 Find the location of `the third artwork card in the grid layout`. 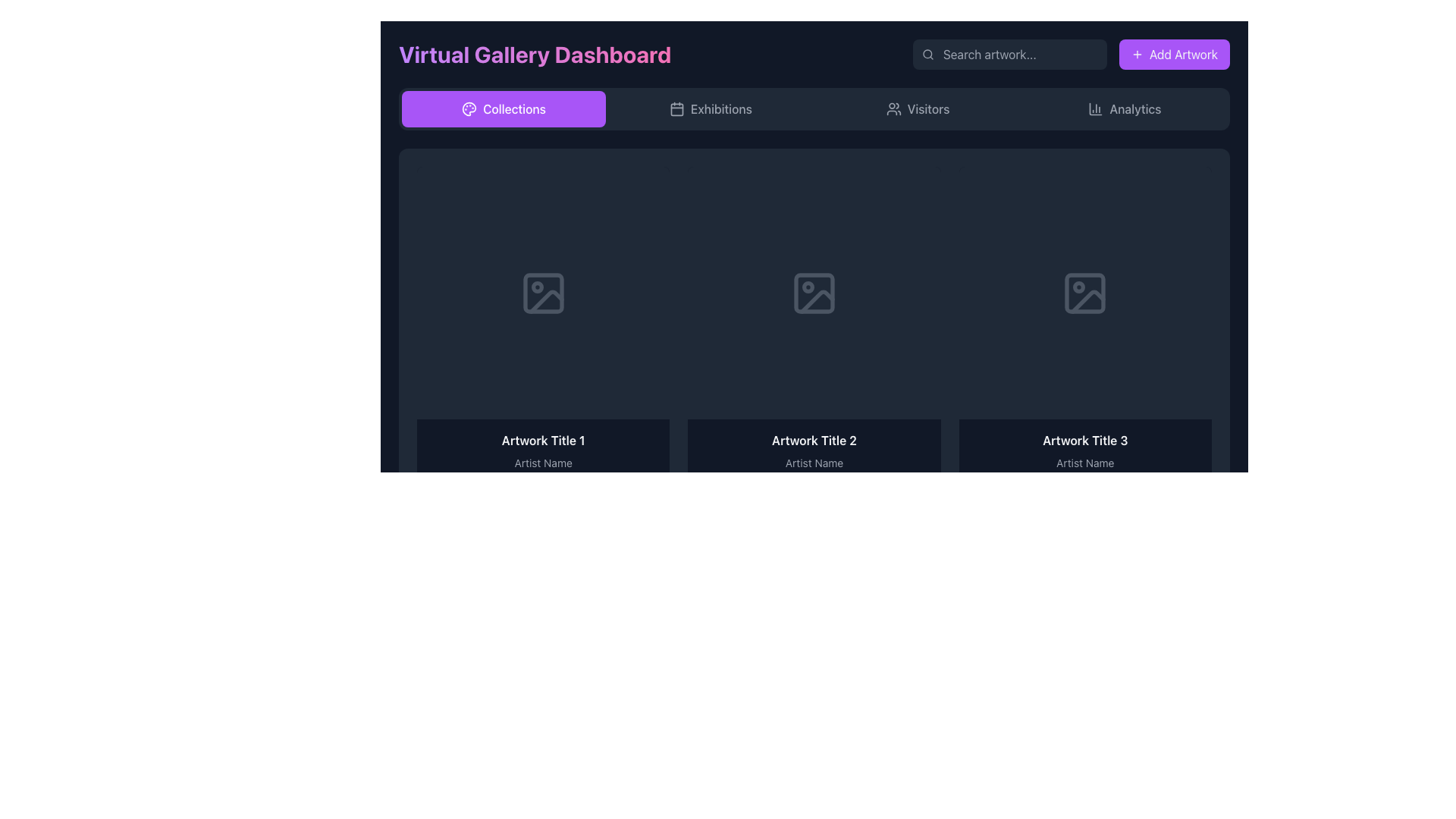

the third artwork card in the grid layout is located at coordinates (1084, 334).